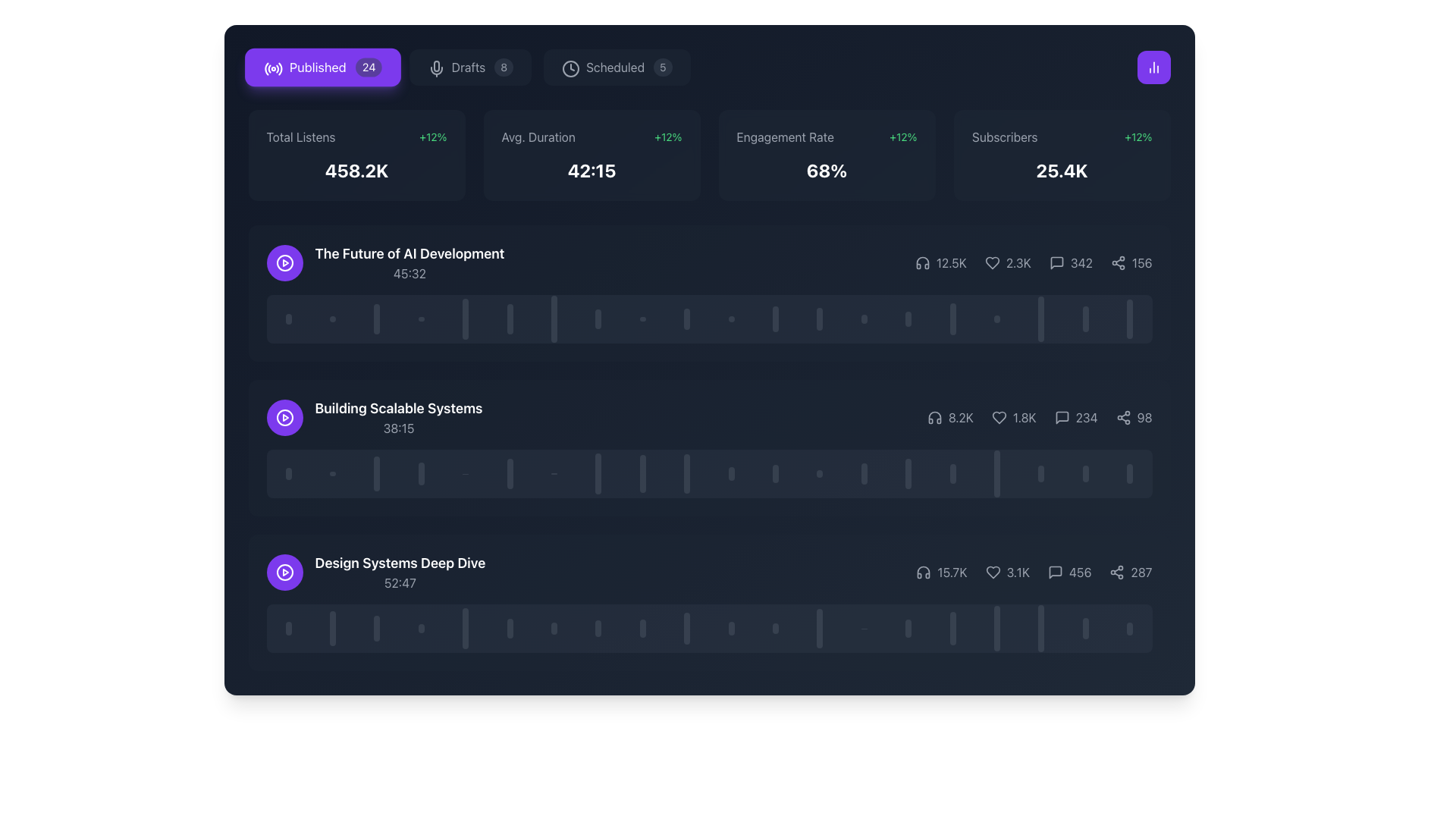 The height and width of the screenshot is (819, 1456). What do you see at coordinates (663, 66) in the screenshot?
I see `the badge displaying the numeral '5' next to the 'Scheduled' label to change the number displayed` at bounding box center [663, 66].